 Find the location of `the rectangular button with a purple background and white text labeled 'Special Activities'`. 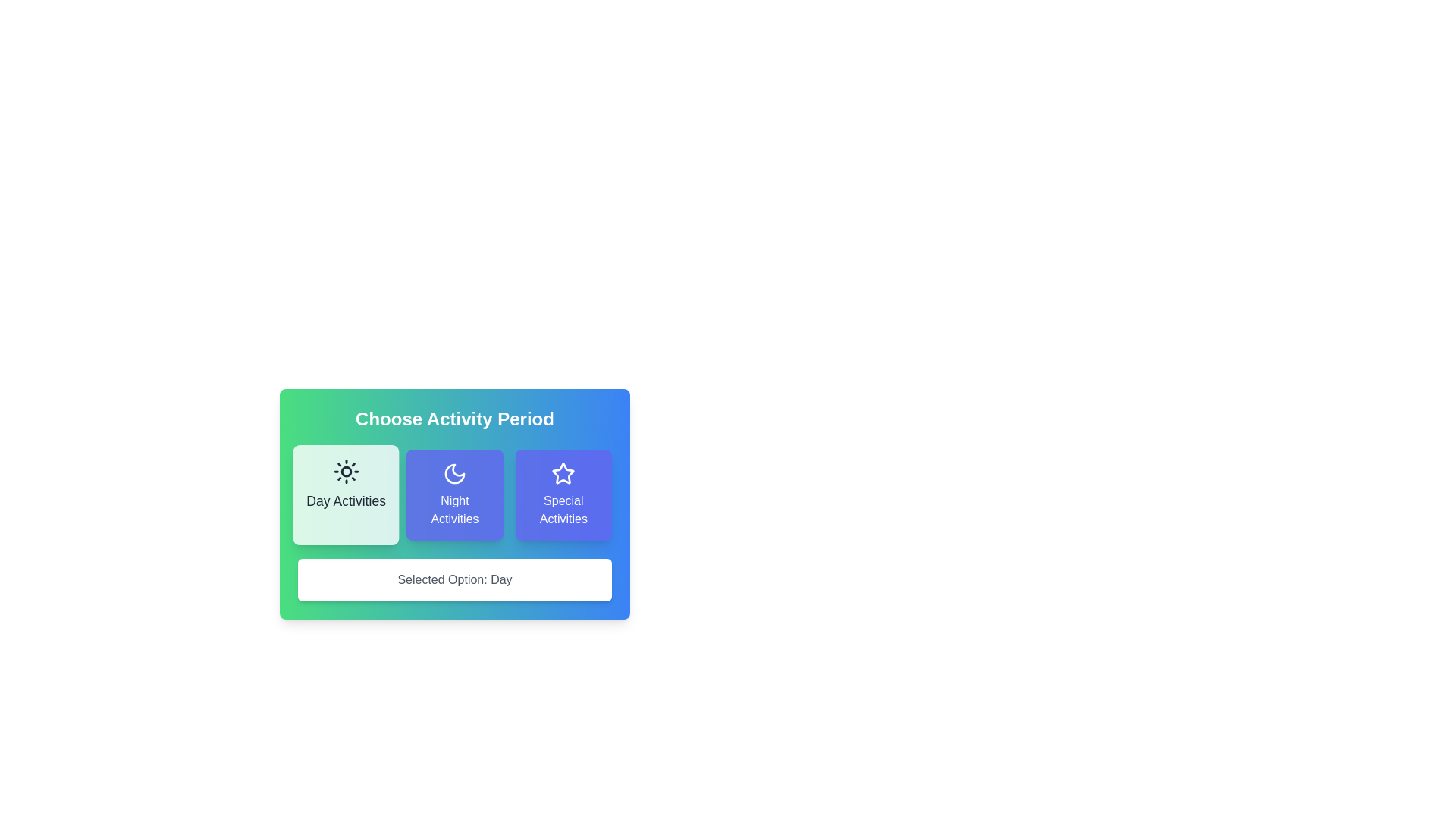

the rectangular button with a purple background and white text labeled 'Special Activities' is located at coordinates (563, 494).